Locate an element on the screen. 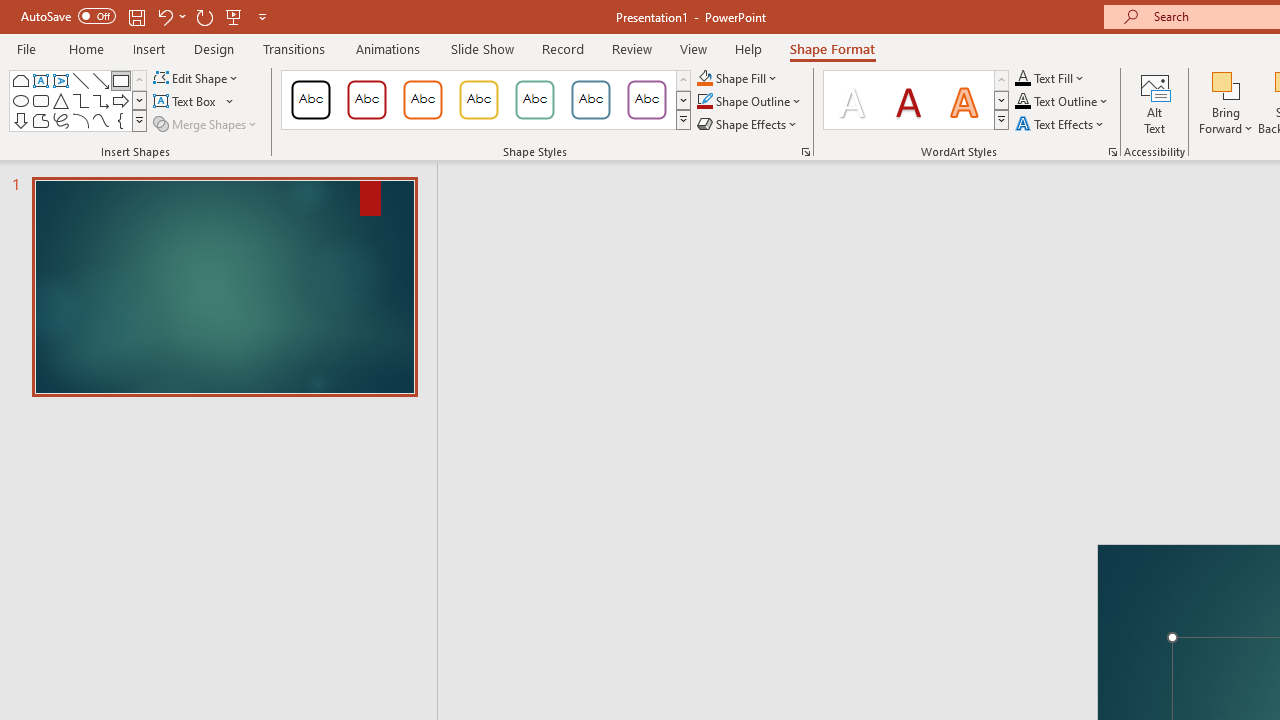 This screenshot has width=1280, height=720. 'Left Brace' is located at coordinates (119, 120).